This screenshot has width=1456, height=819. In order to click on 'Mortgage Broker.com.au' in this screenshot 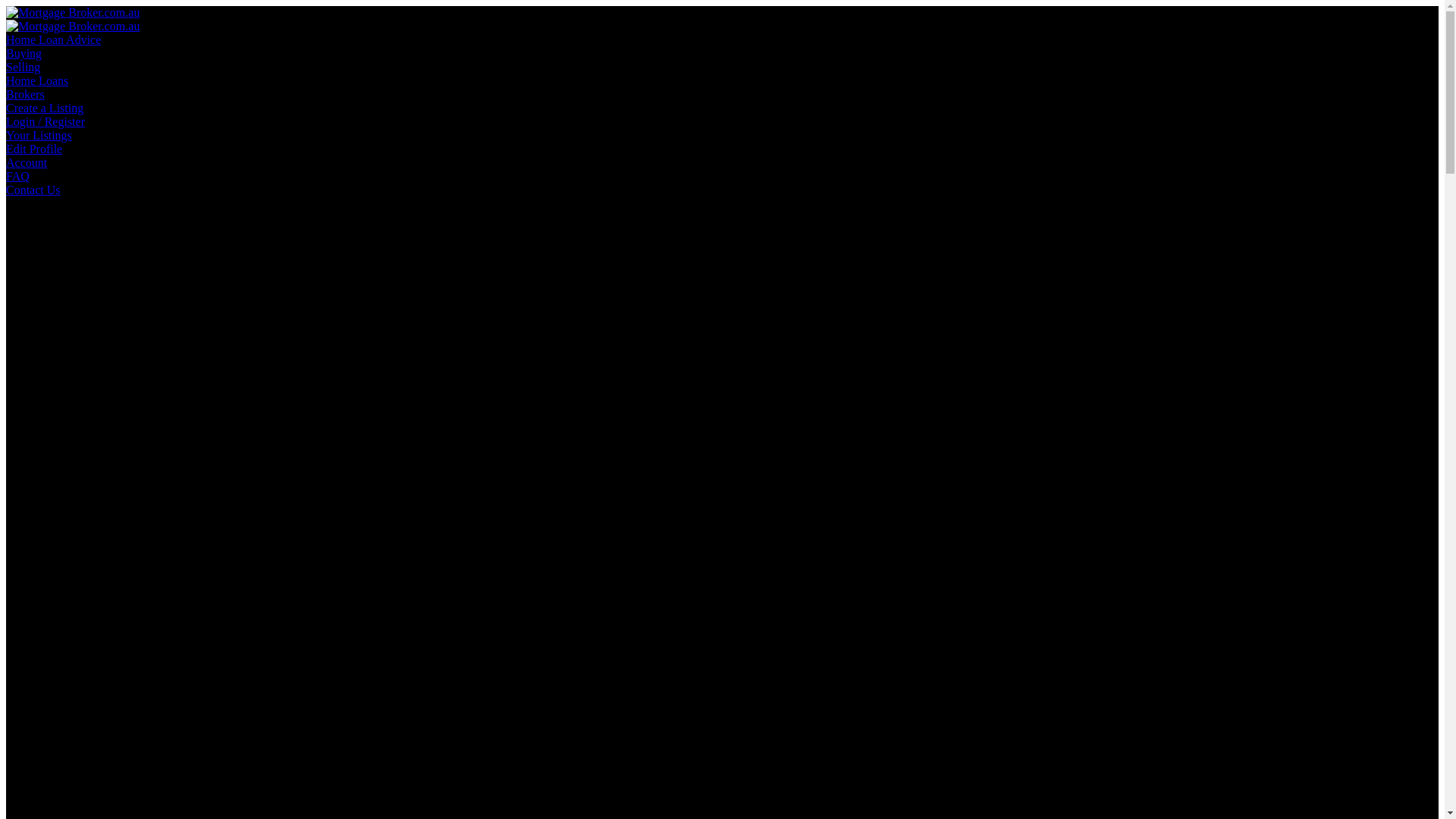, I will do `click(72, 12)`.